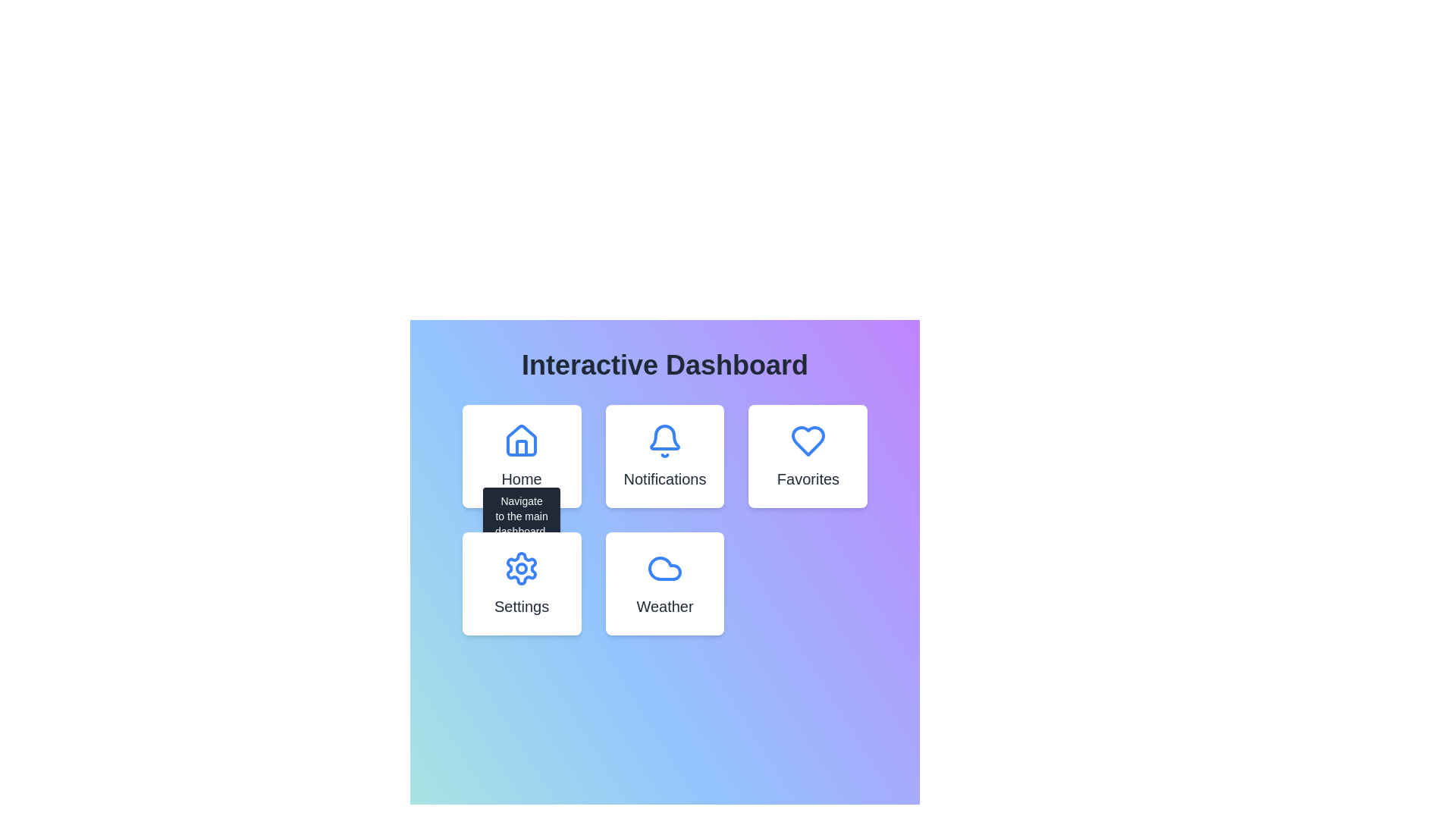 This screenshot has height=819, width=1456. I want to click on the weather icon located at the bottom-right corner of the dashboard interface, so click(665, 568).